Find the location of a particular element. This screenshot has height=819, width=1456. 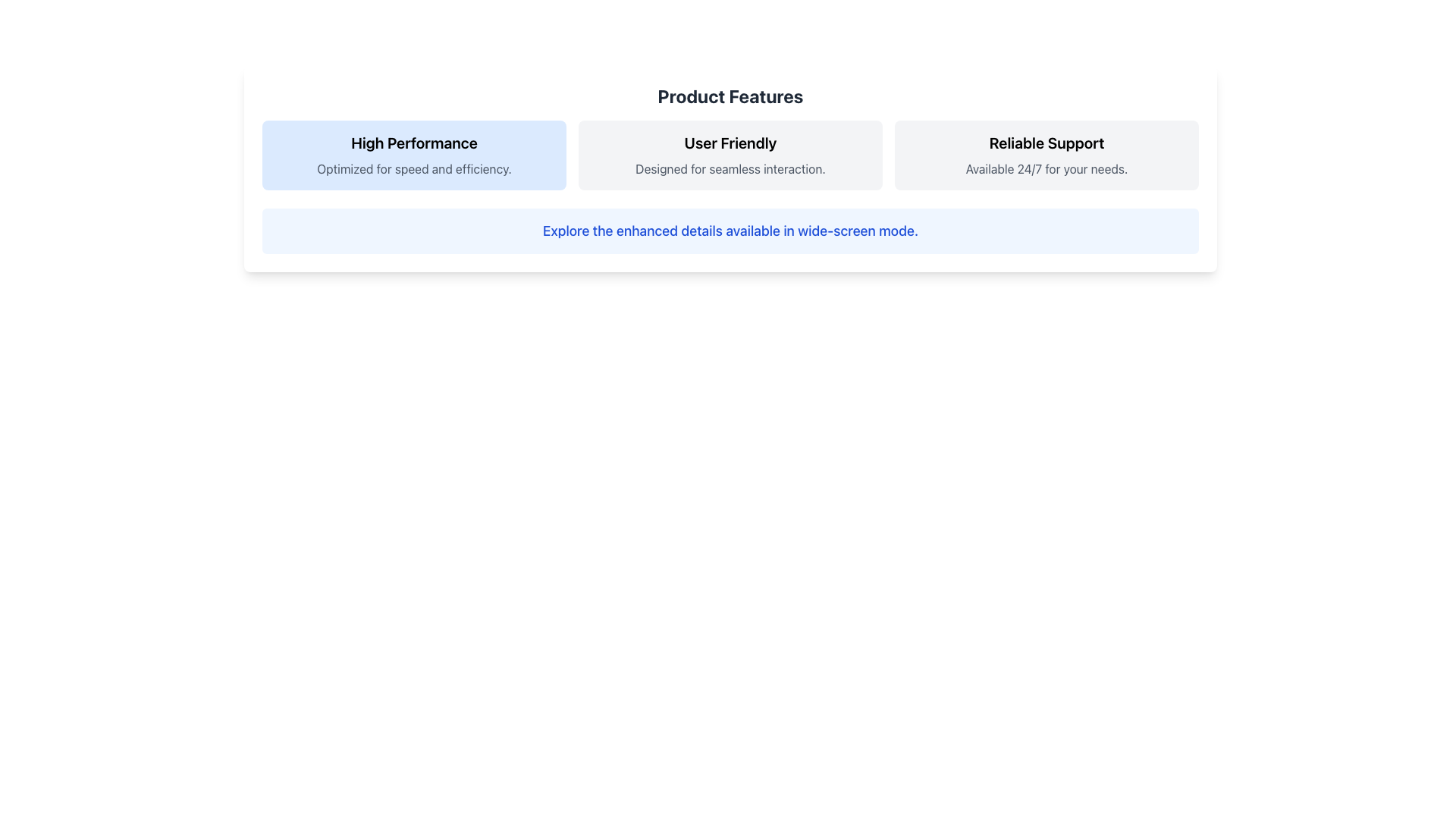

the text label displaying 'Designed for seamless interaction.' which is positioned below 'User Friendly' in a rounded rectangle with a light gray background is located at coordinates (730, 169).